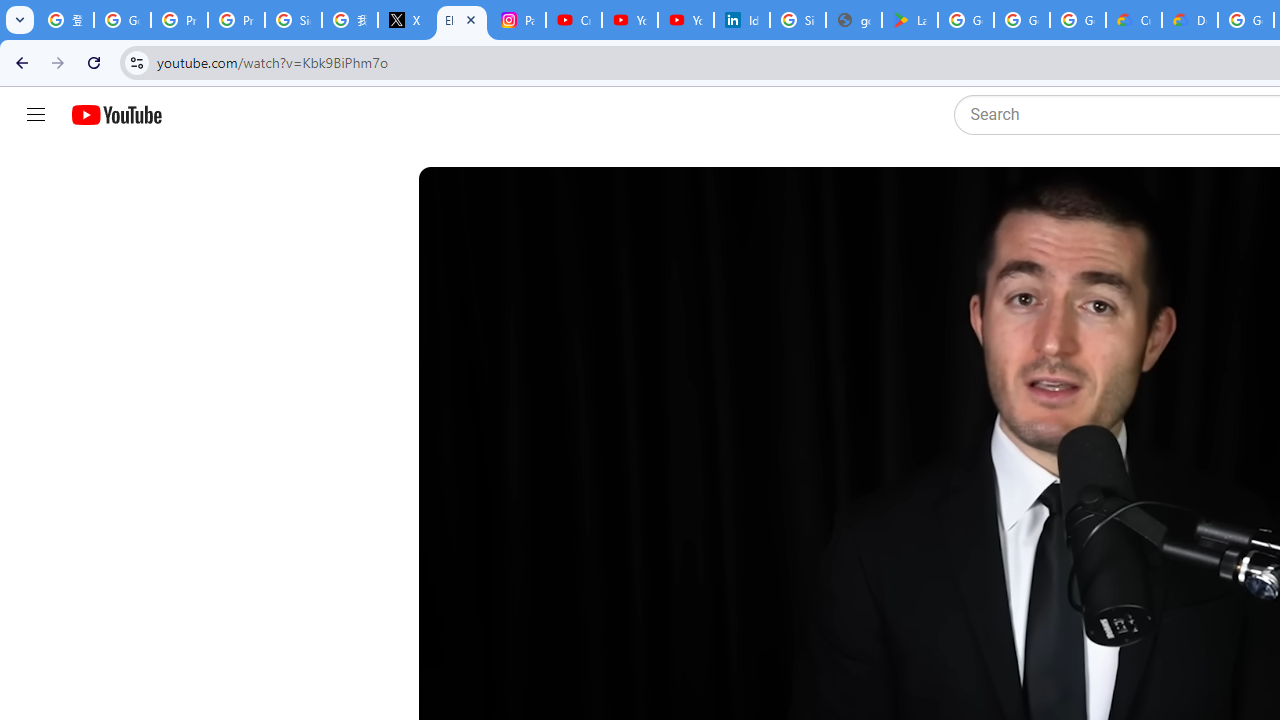  What do you see at coordinates (404, 20) in the screenshot?
I see `'X'` at bounding box center [404, 20].